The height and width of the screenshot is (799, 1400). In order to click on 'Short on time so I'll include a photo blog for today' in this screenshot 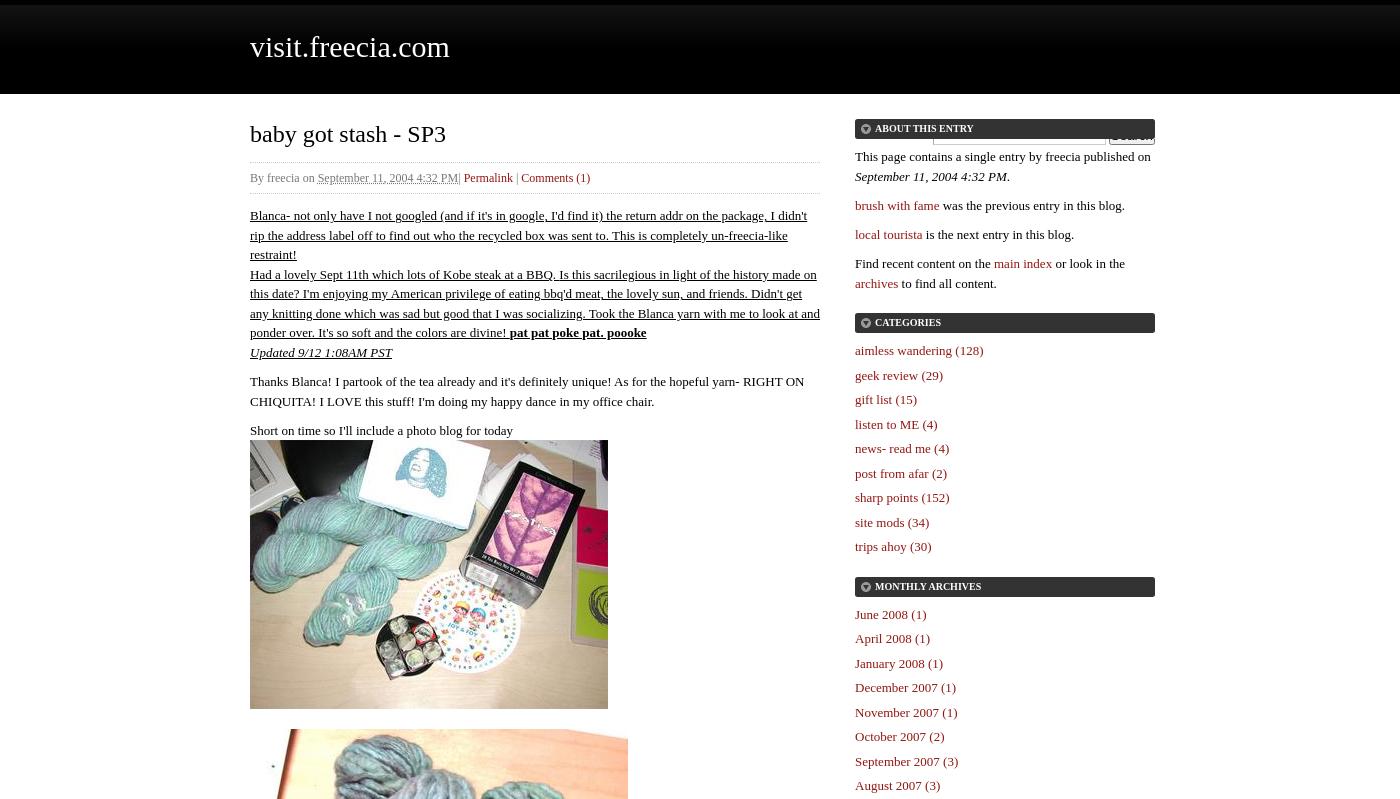, I will do `click(381, 428)`.